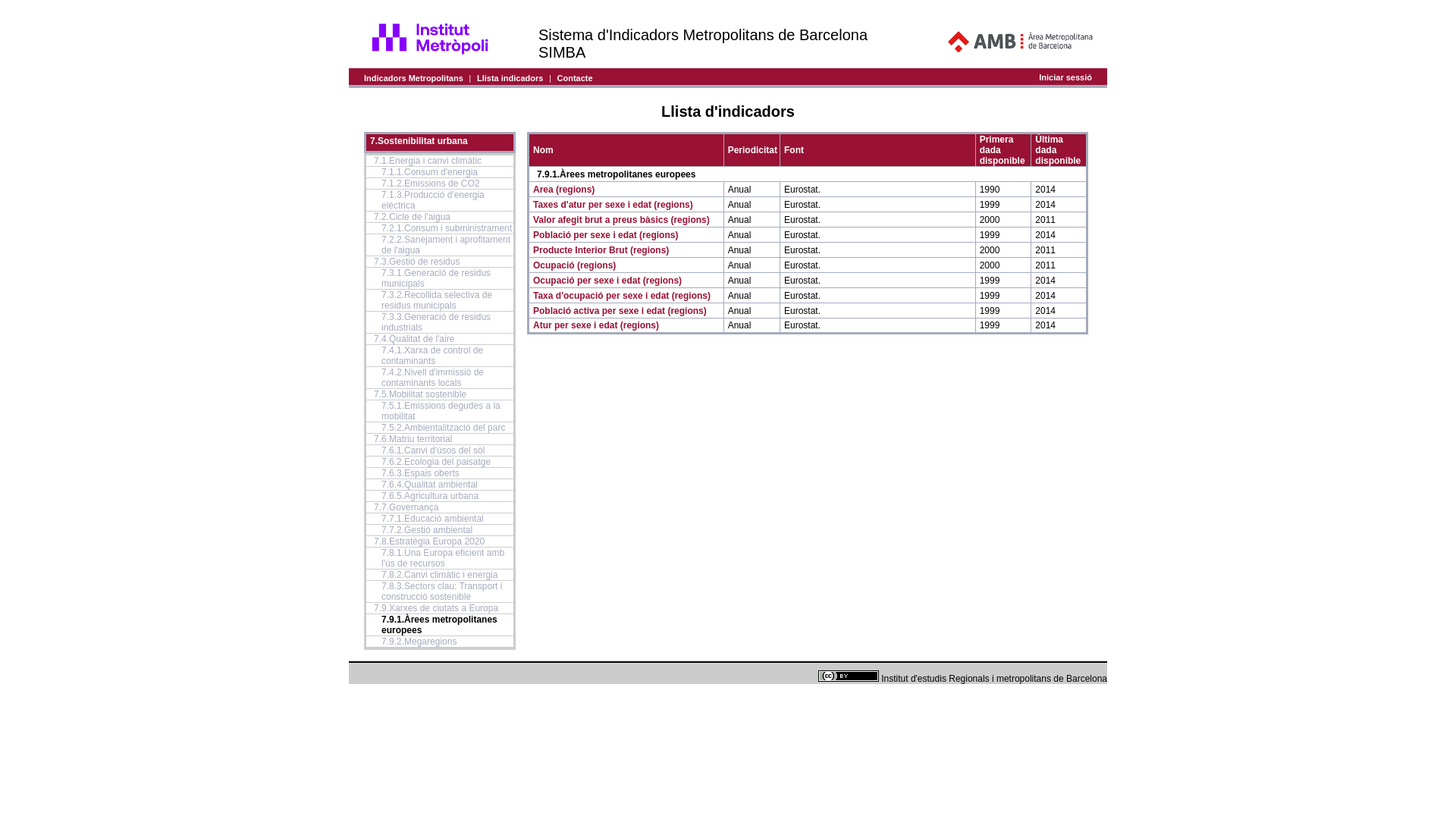 Image resolution: width=1456 pixels, height=819 pixels. What do you see at coordinates (445, 244) in the screenshot?
I see `'7.2.2.Sanejament i aprofitament de l'aigua'` at bounding box center [445, 244].